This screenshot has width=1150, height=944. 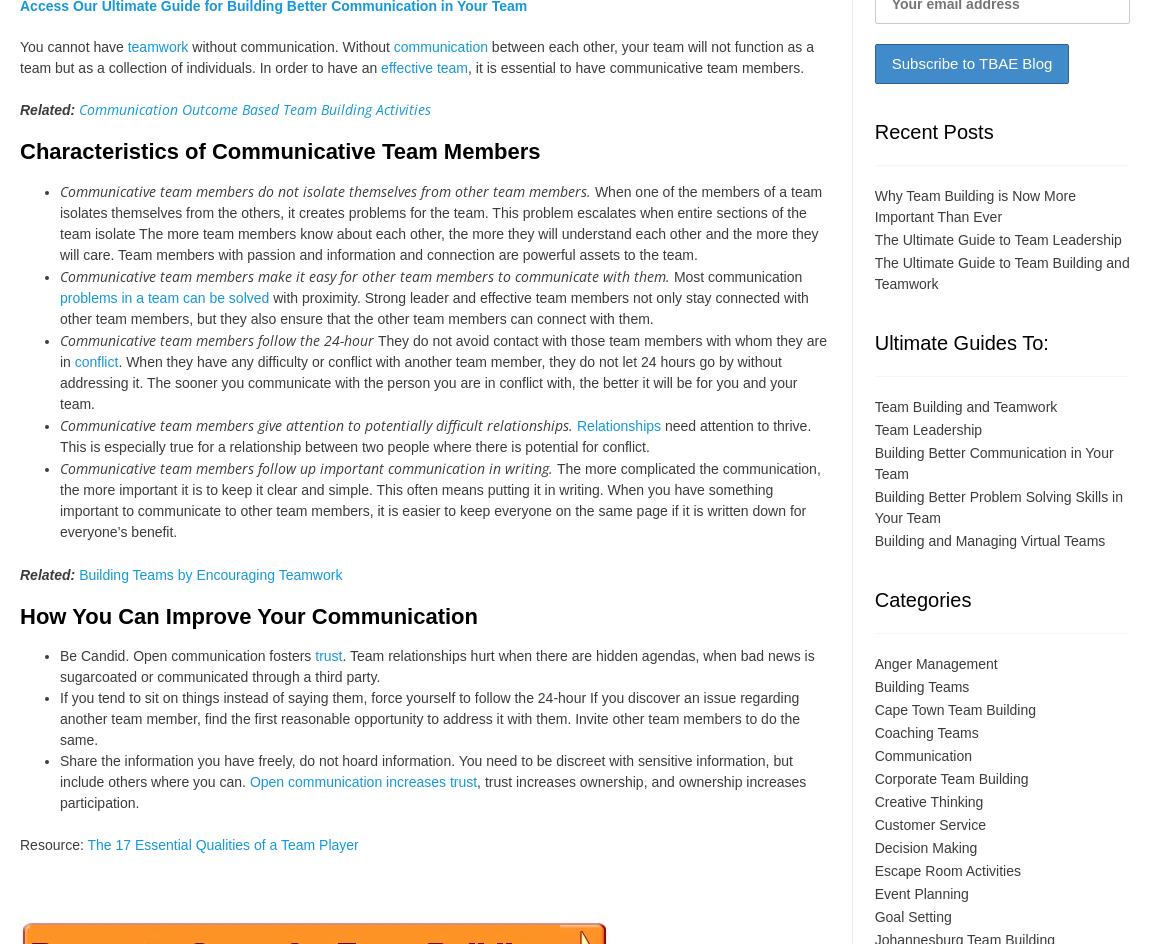 I want to click on 'Communicative team members make it easy for other team members to communicate with them.', so click(x=365, y=275).